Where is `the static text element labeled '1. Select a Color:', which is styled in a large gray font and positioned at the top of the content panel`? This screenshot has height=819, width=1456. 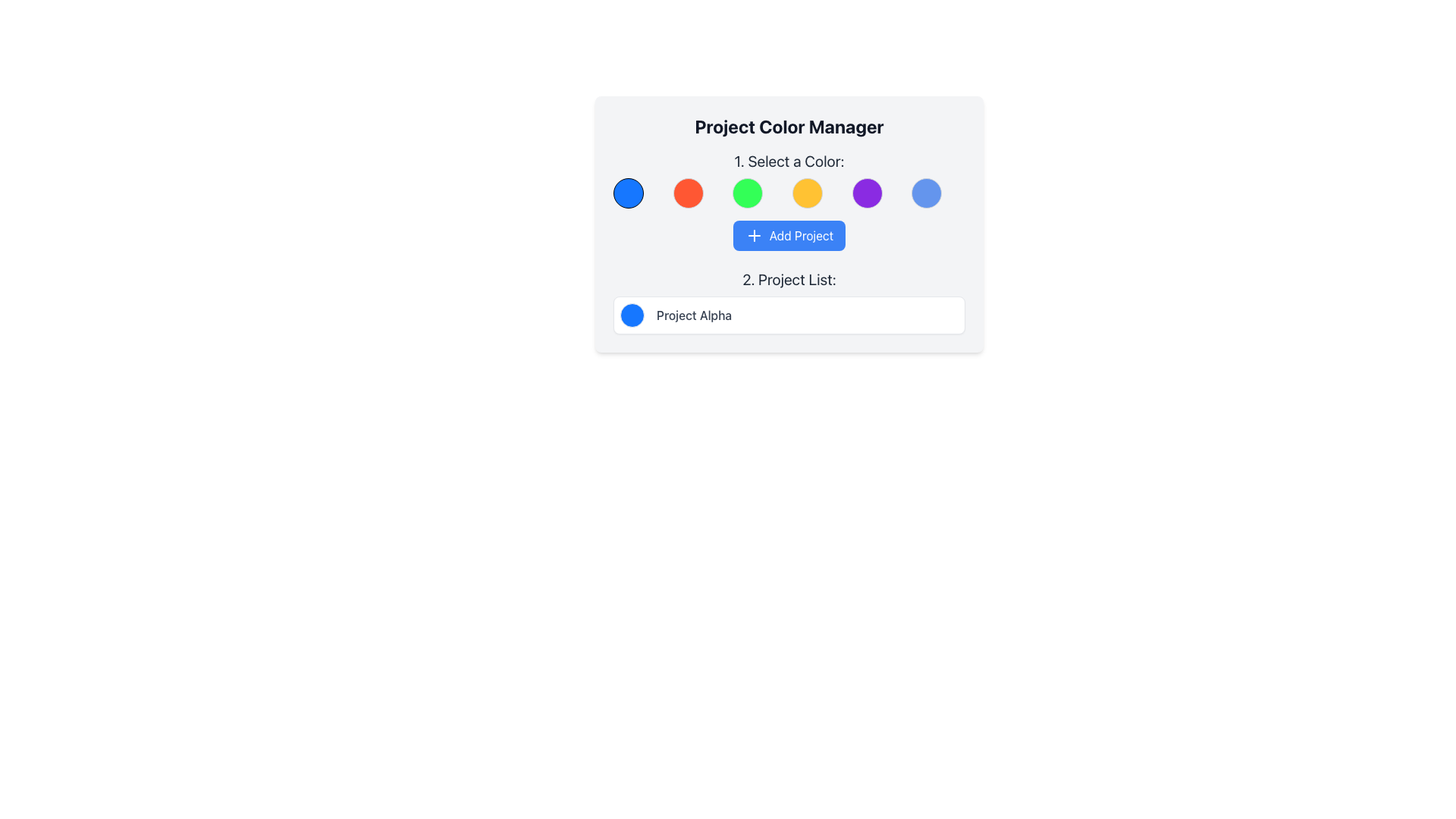 the static text element labeled '1. Select a Color:', which is styled in a large gray font and positioned at the top of the content panel is located at coordinates (789, 161).